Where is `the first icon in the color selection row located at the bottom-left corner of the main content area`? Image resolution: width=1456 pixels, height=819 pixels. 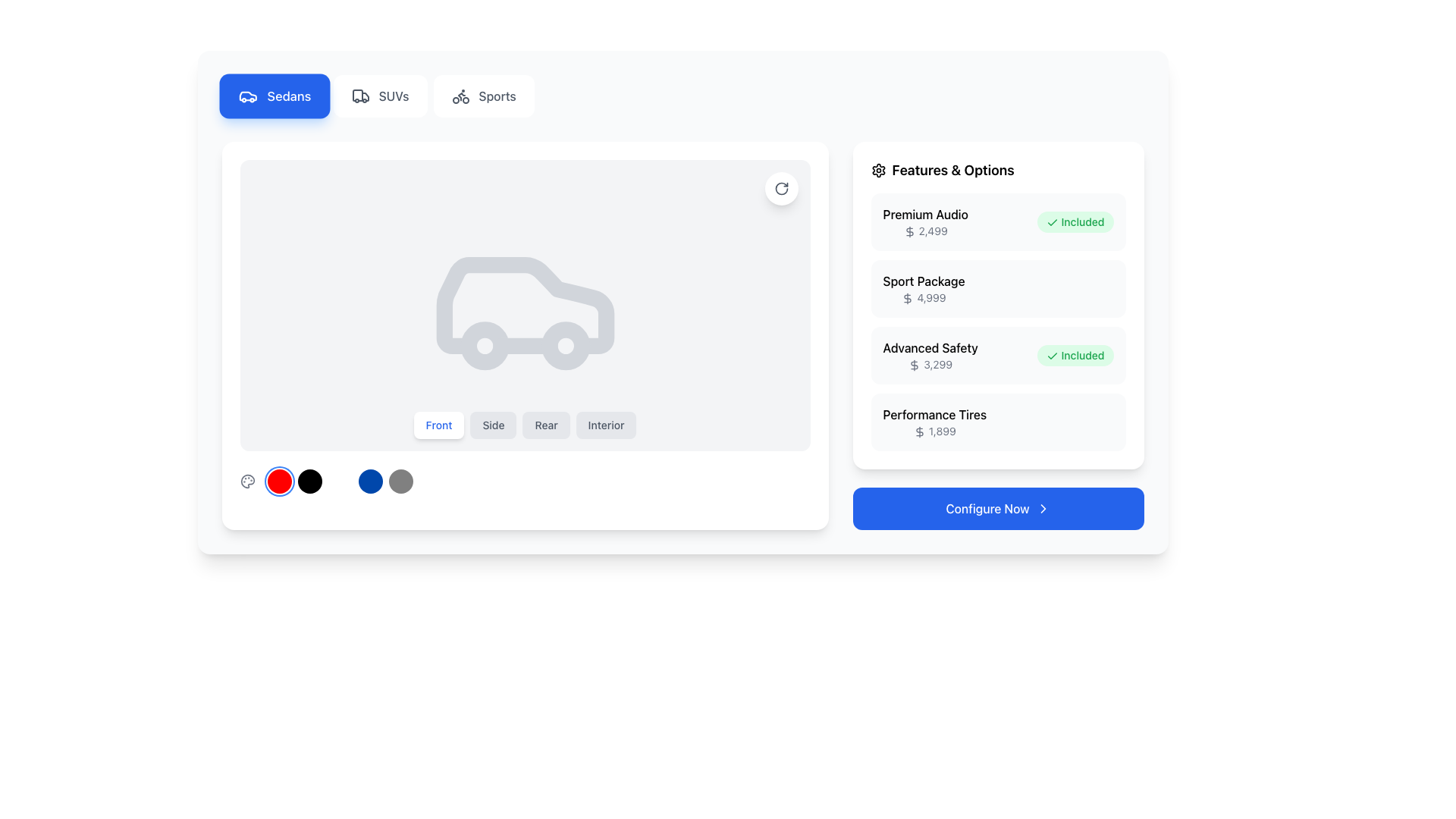
the first icon in the color selection row located at the bottom-left corner of the main content area is located at coordinates (247, 482).